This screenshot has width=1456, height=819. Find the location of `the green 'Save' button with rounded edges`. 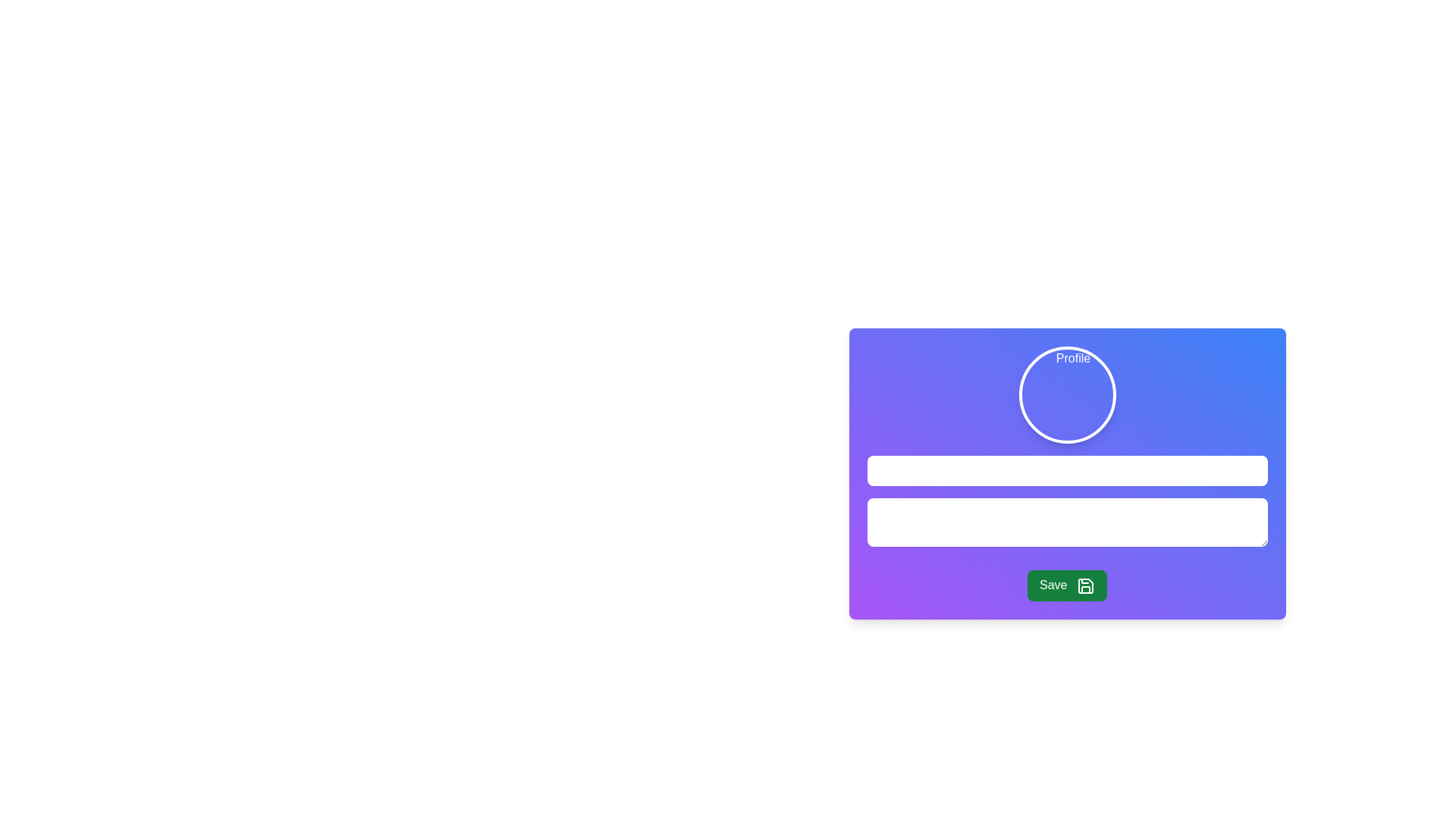

the green 'Save' button with rounded edges is located at coordinates (1066, 585).